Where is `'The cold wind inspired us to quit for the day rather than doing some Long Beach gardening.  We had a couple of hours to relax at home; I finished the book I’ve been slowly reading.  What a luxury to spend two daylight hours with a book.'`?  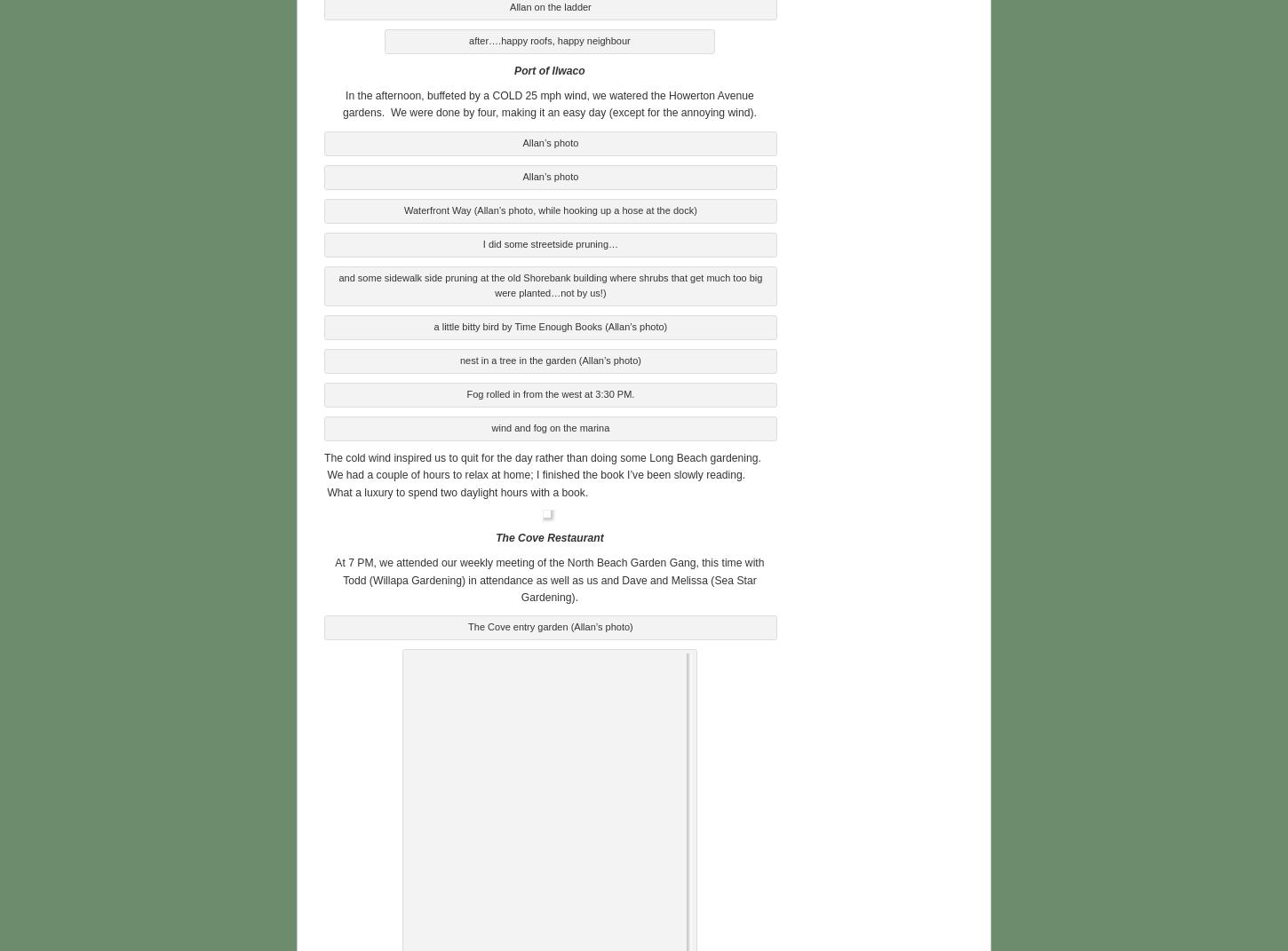
'The cold wind inspired us to quit for the day rather than doing some Long Beach gardening.  We had a couple of hours to relax at home; I finished the book I’ve been slowly reading.  What a luxury to spend two daylight hours with a book.' is located at coordinates (541, 472).